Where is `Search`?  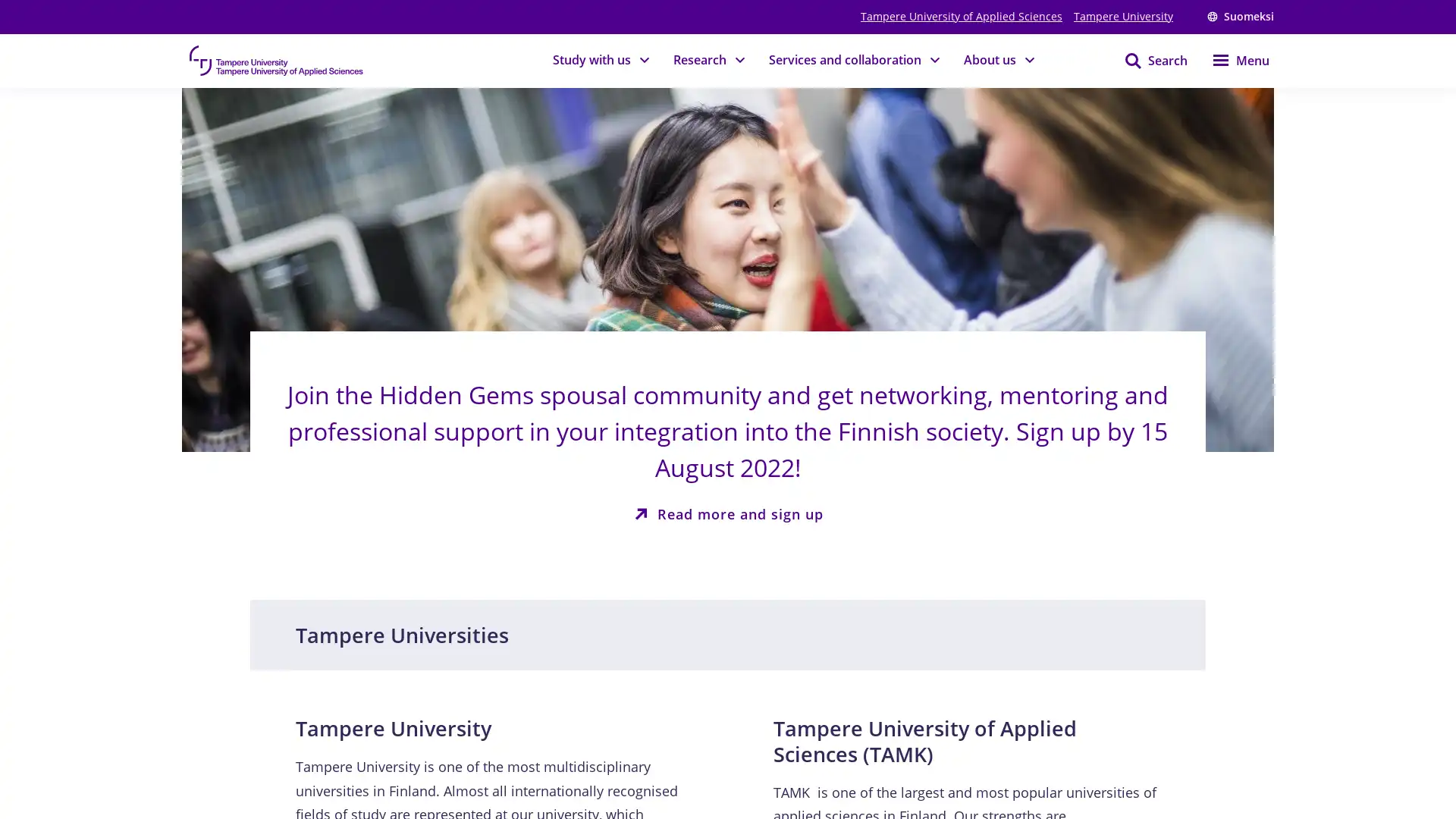
Search is located at coordinates (1154, 60).